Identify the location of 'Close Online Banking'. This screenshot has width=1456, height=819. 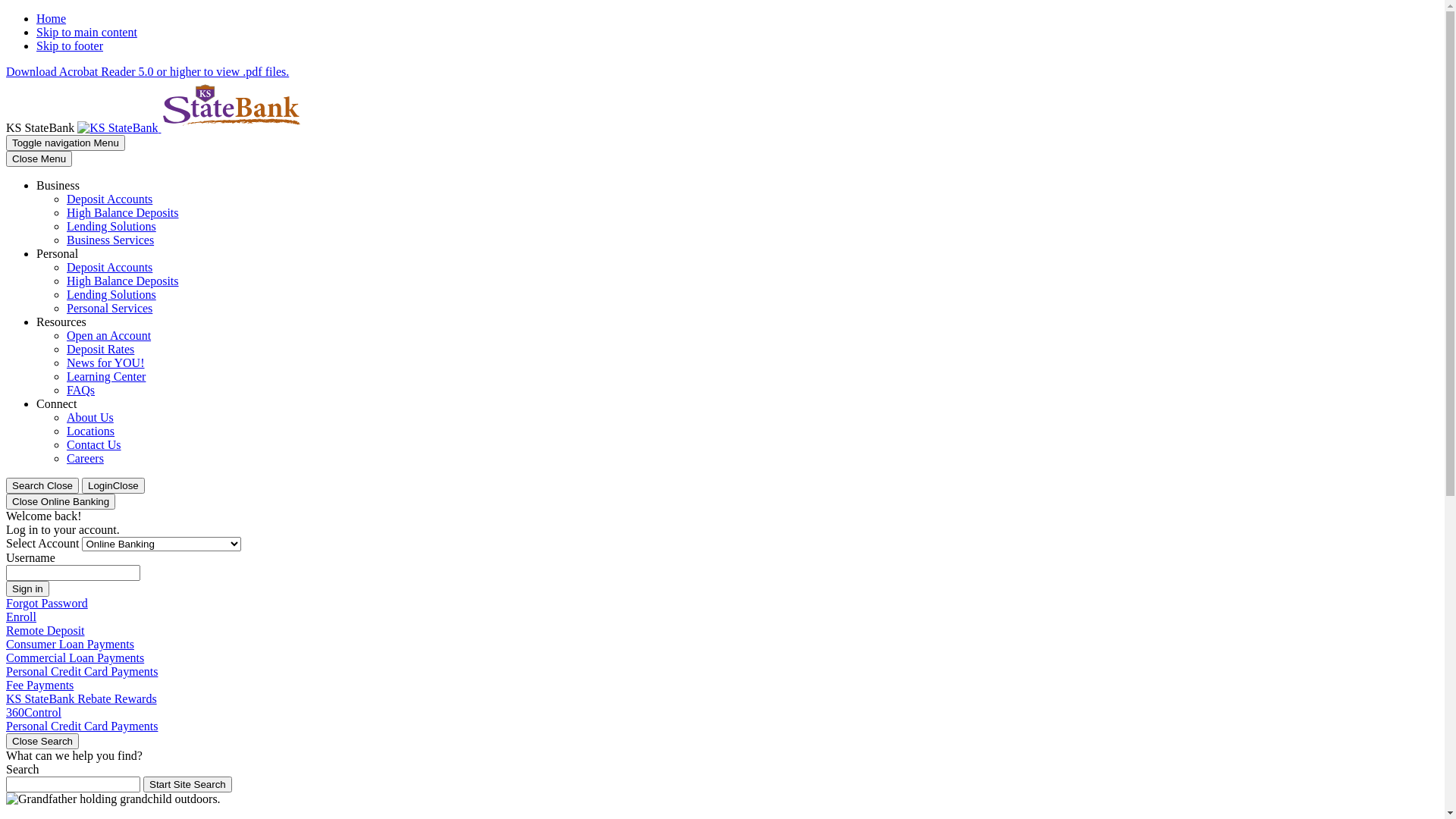
(61, 501).